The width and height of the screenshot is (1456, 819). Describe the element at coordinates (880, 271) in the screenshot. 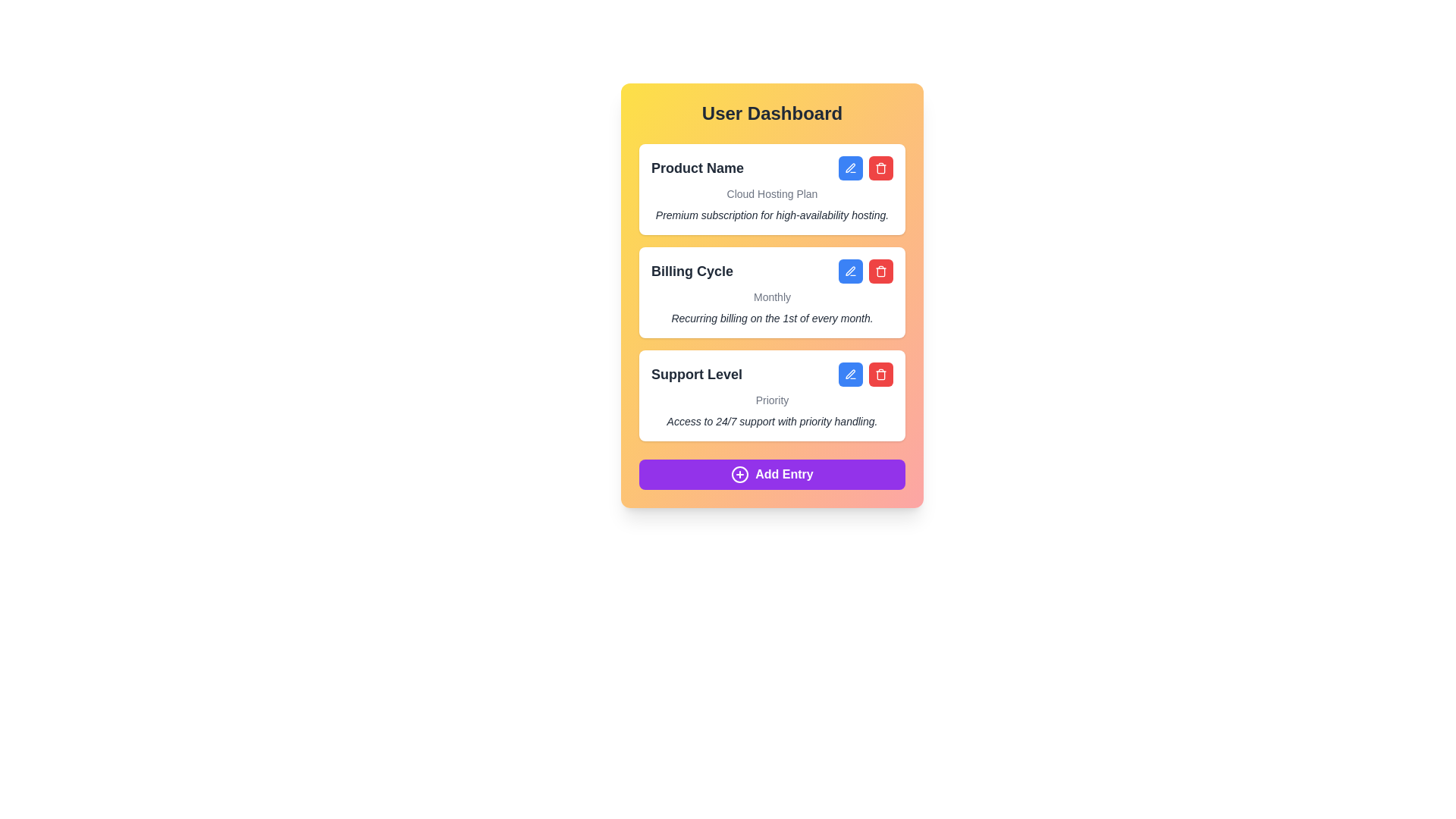

I see `the delete button located to the right of the 'Billing Cycle' row in the 'User Dashboard' section for interaction` at that location.